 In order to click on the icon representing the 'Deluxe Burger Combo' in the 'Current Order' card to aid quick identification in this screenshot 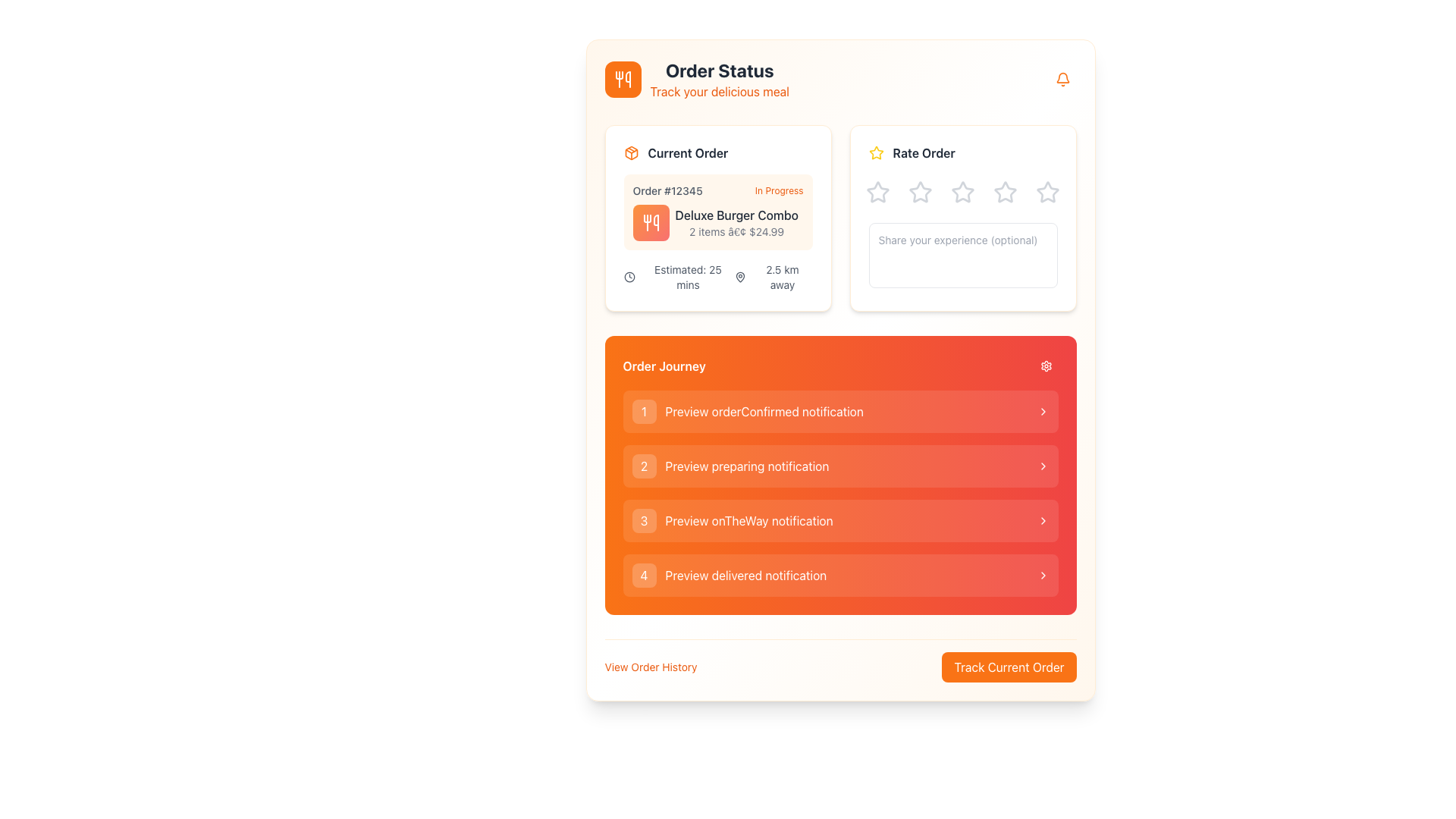, I will do `click(651, 222)`.